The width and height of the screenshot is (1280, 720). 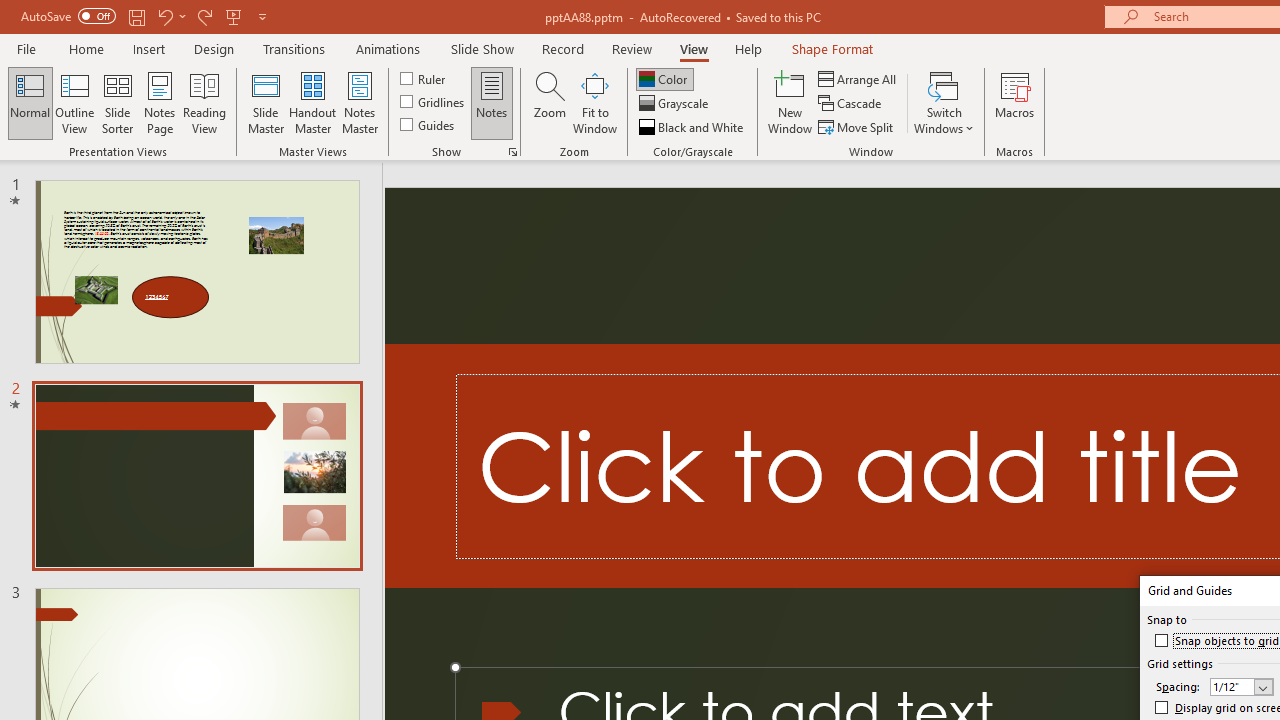 I want to click on 'Cascade', so click(x=851, y=103).